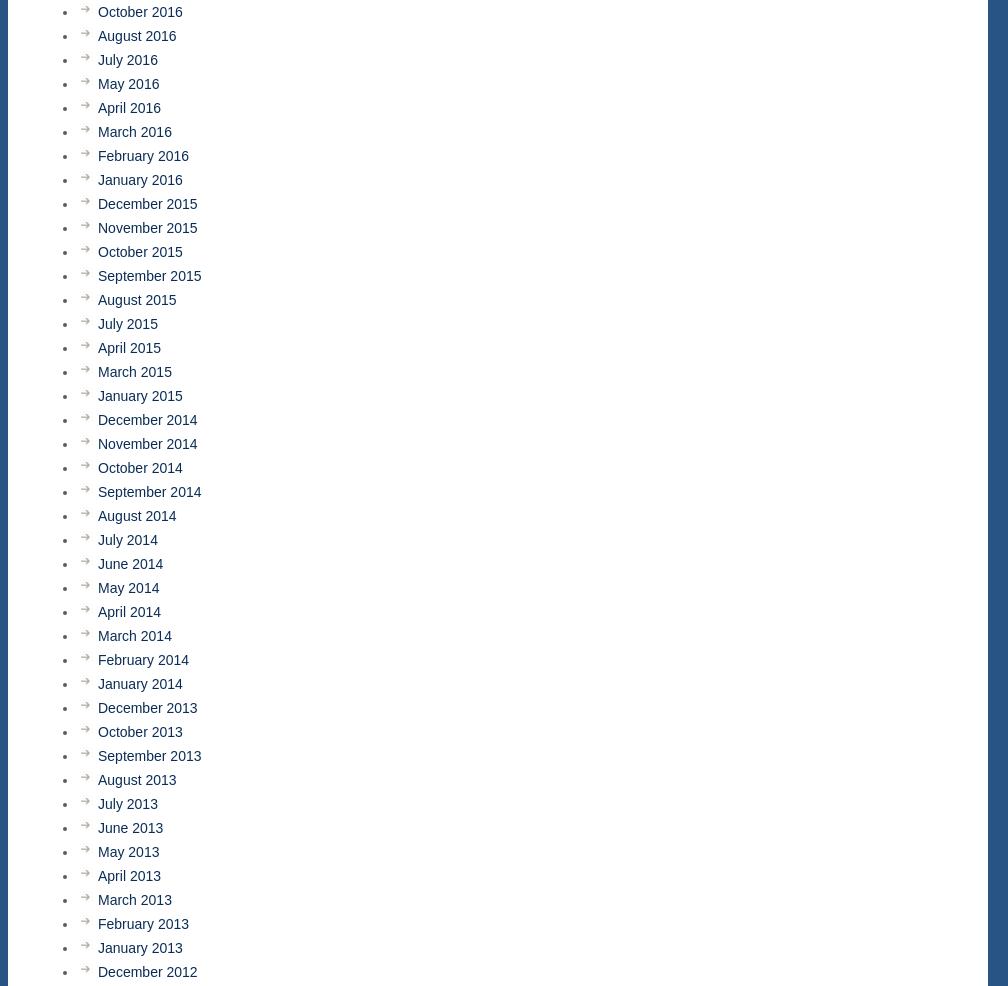  I want to click on 'May 2016', so click(128, 84).